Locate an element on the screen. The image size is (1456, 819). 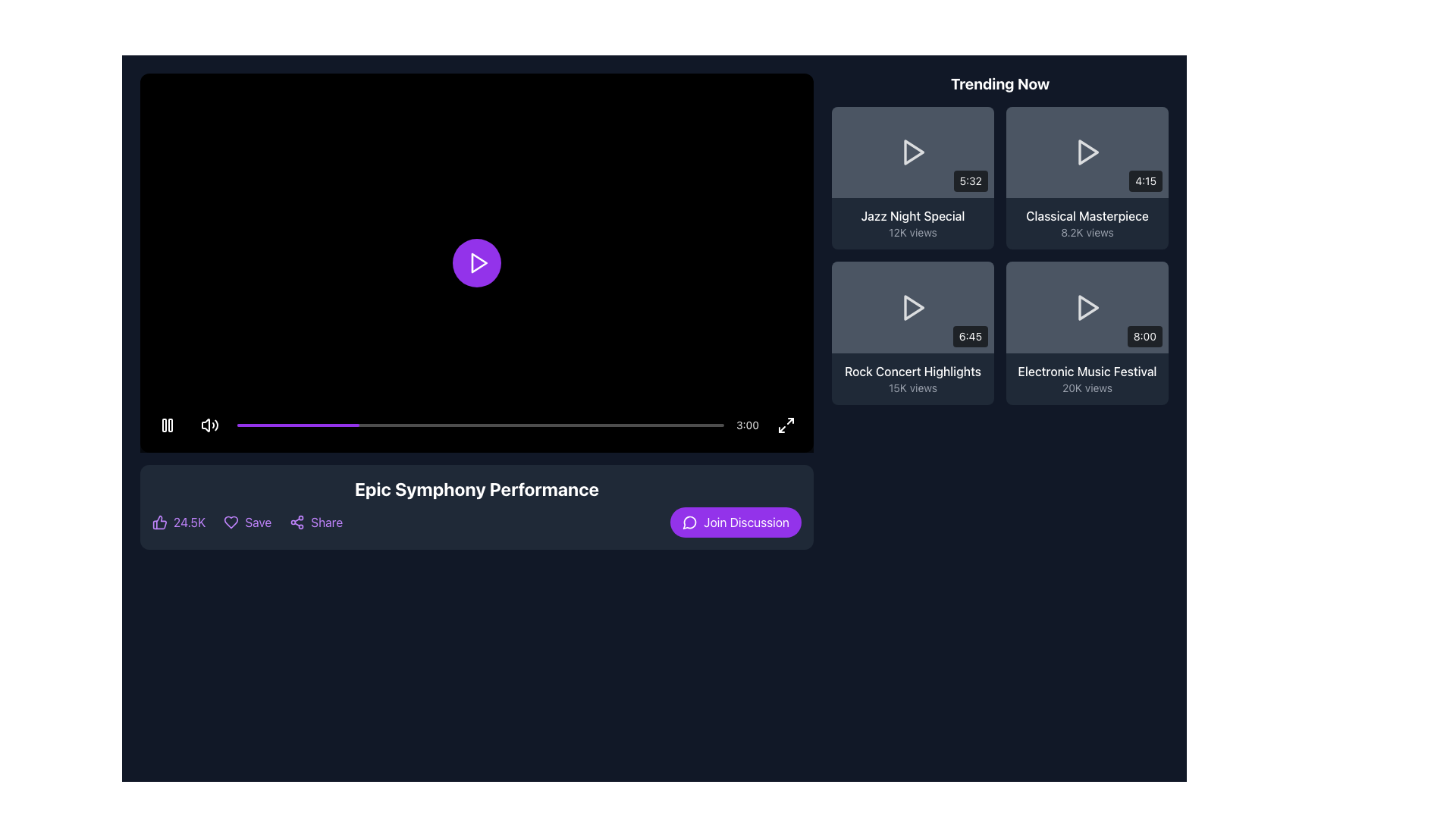
the Video thumbnail preview element in the 'Trending Now' section is located at coordinates (912, 152).